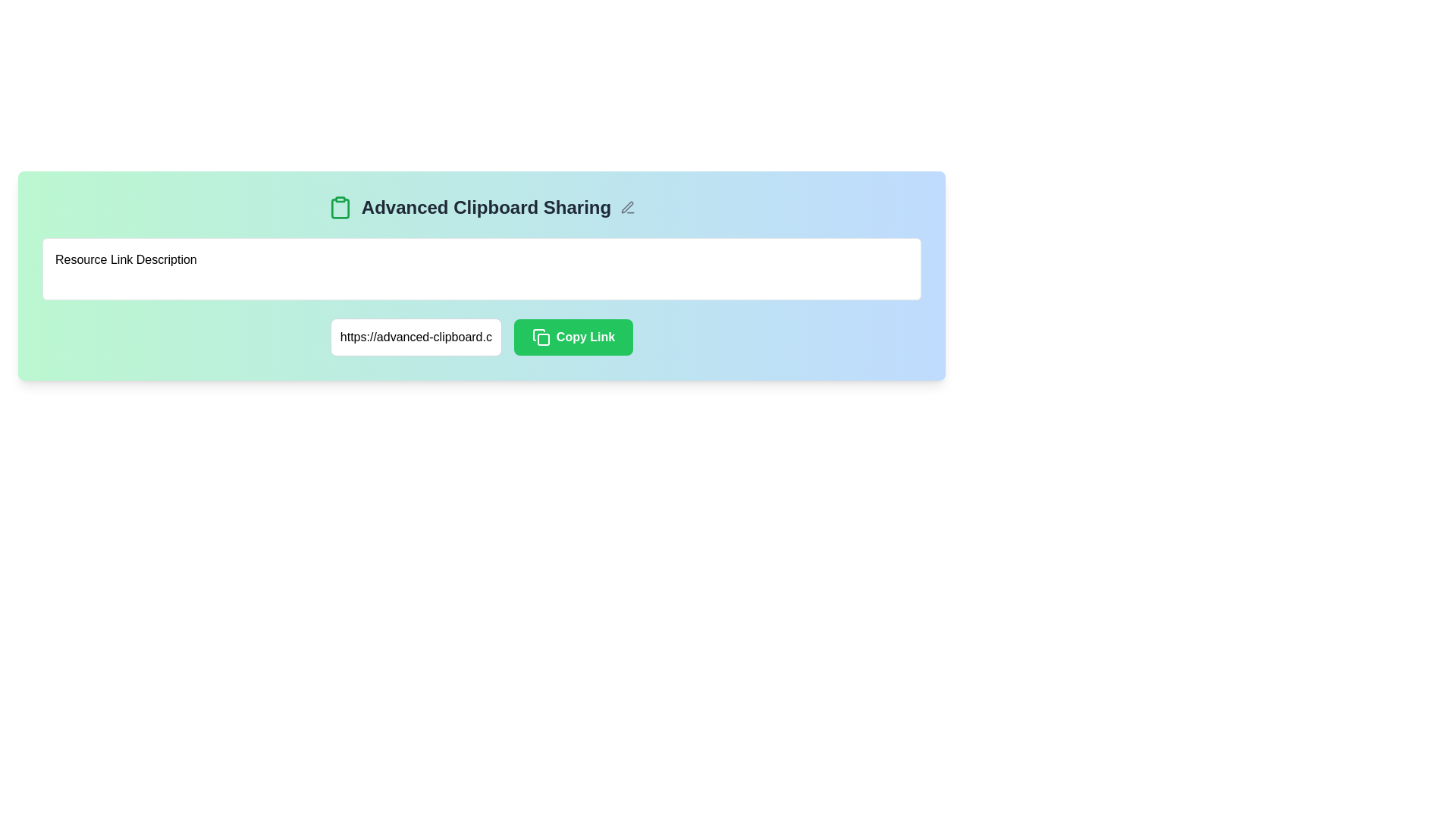 This screenshot has height=819, width=1456. I want to click on the 'Copy Link' button which contains an icon of two overlapping rectangles, symbolizing the copy action, so click(541, 336).